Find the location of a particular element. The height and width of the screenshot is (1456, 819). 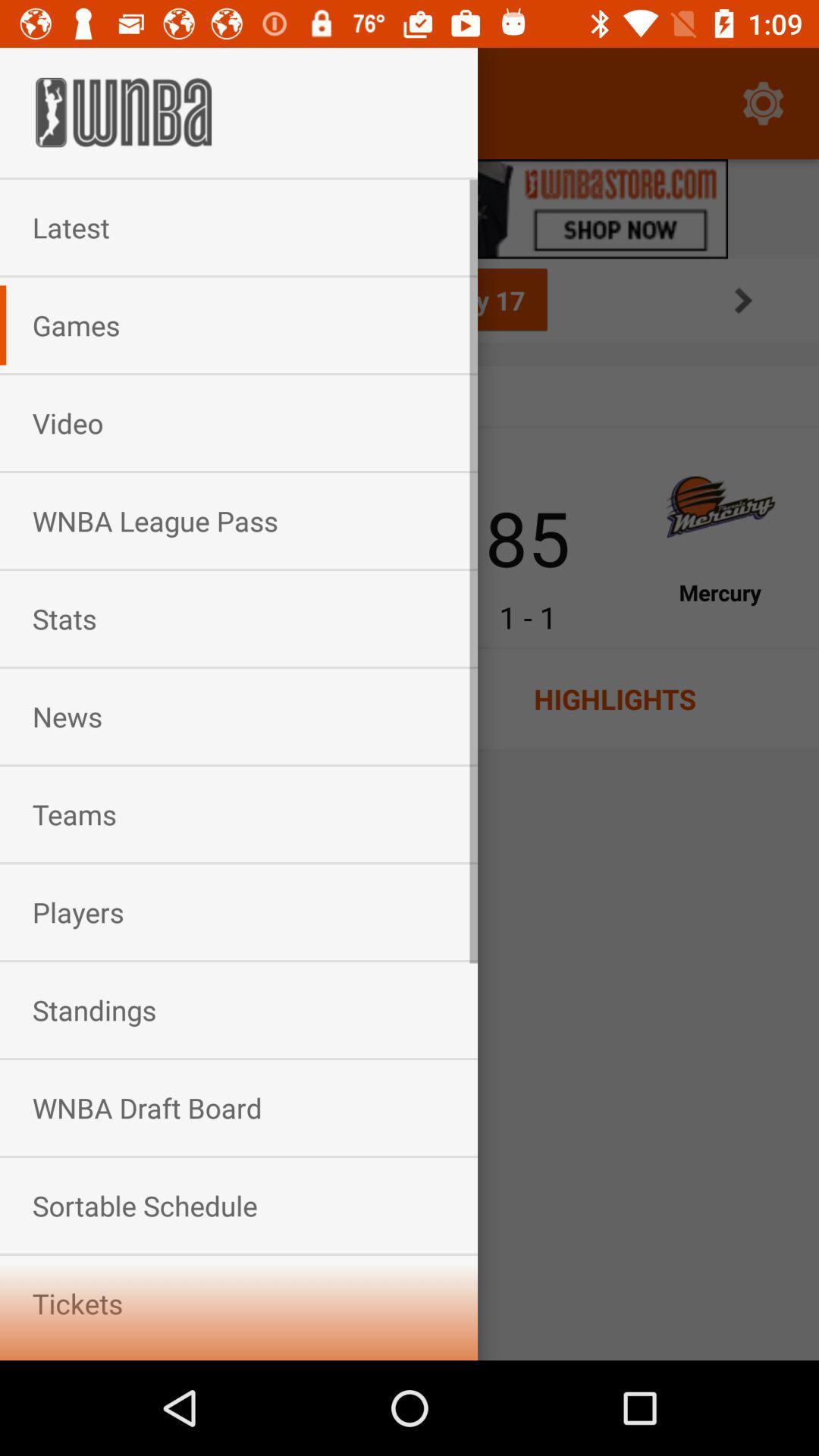

the arrow_forward icon is located at coordinates (742, 300).